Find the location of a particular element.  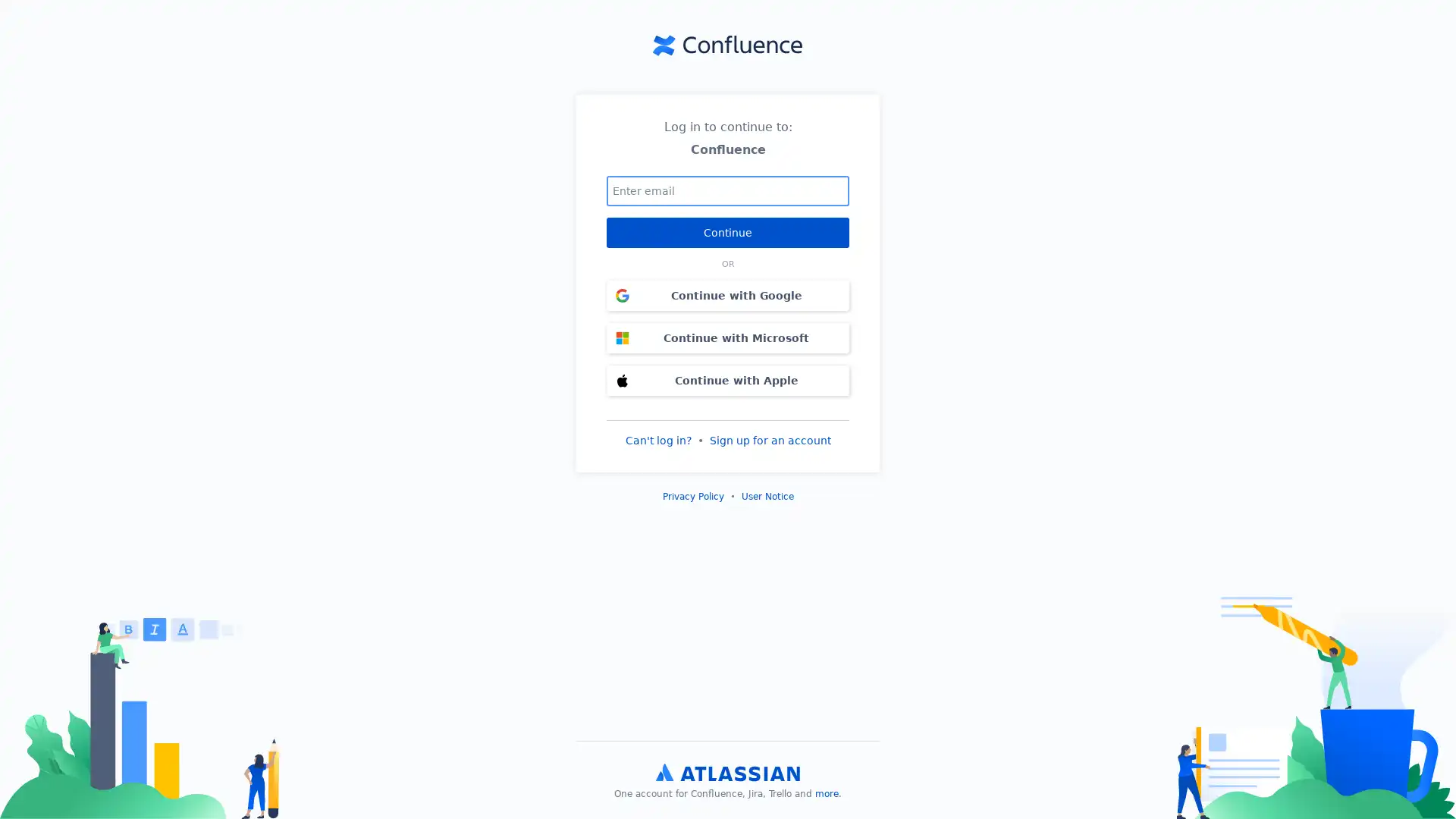

Continue with Microsoft is located at coordinates (728, 336).